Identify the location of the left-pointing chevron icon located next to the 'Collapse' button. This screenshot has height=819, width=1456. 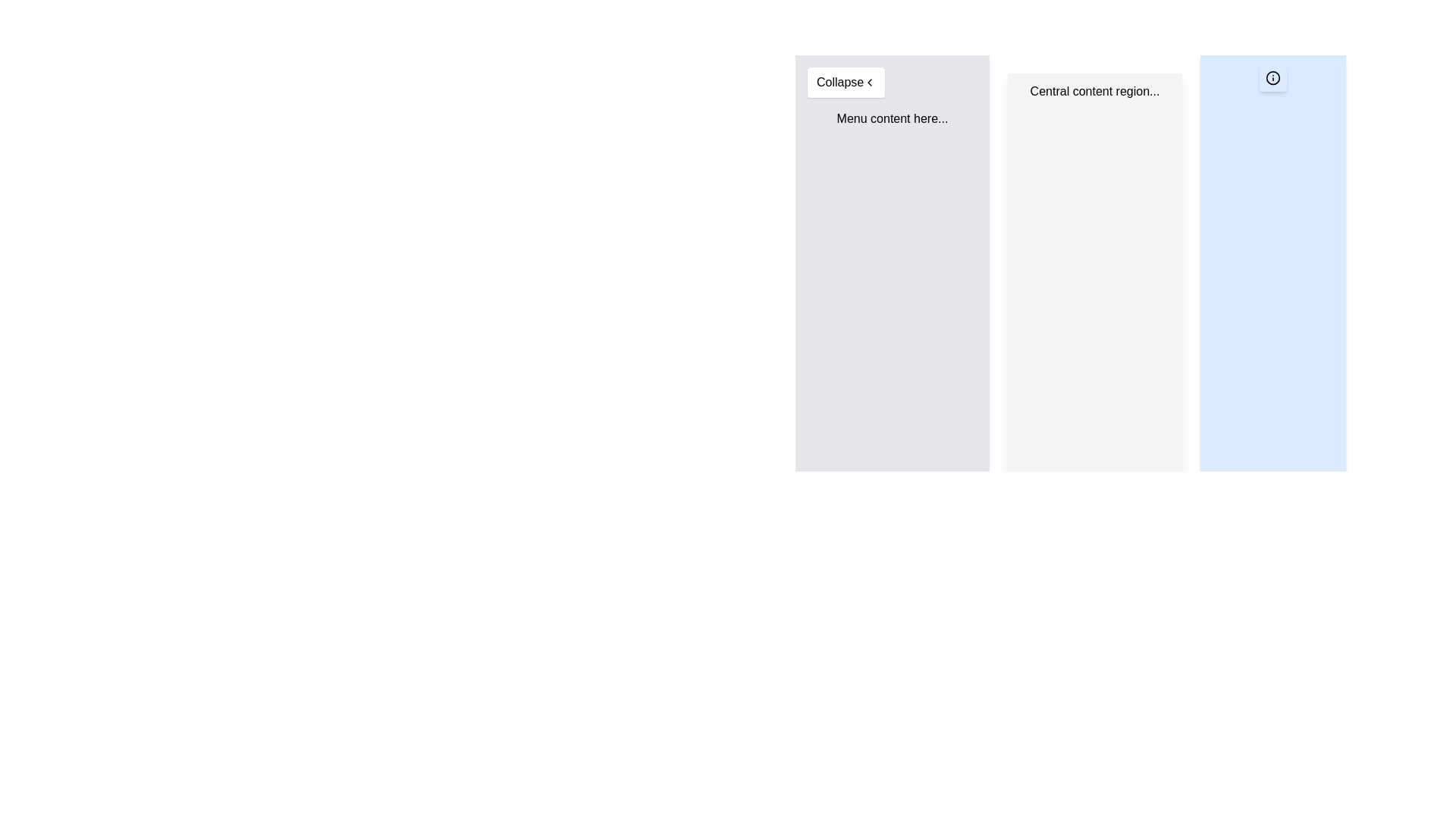
(870, 82).